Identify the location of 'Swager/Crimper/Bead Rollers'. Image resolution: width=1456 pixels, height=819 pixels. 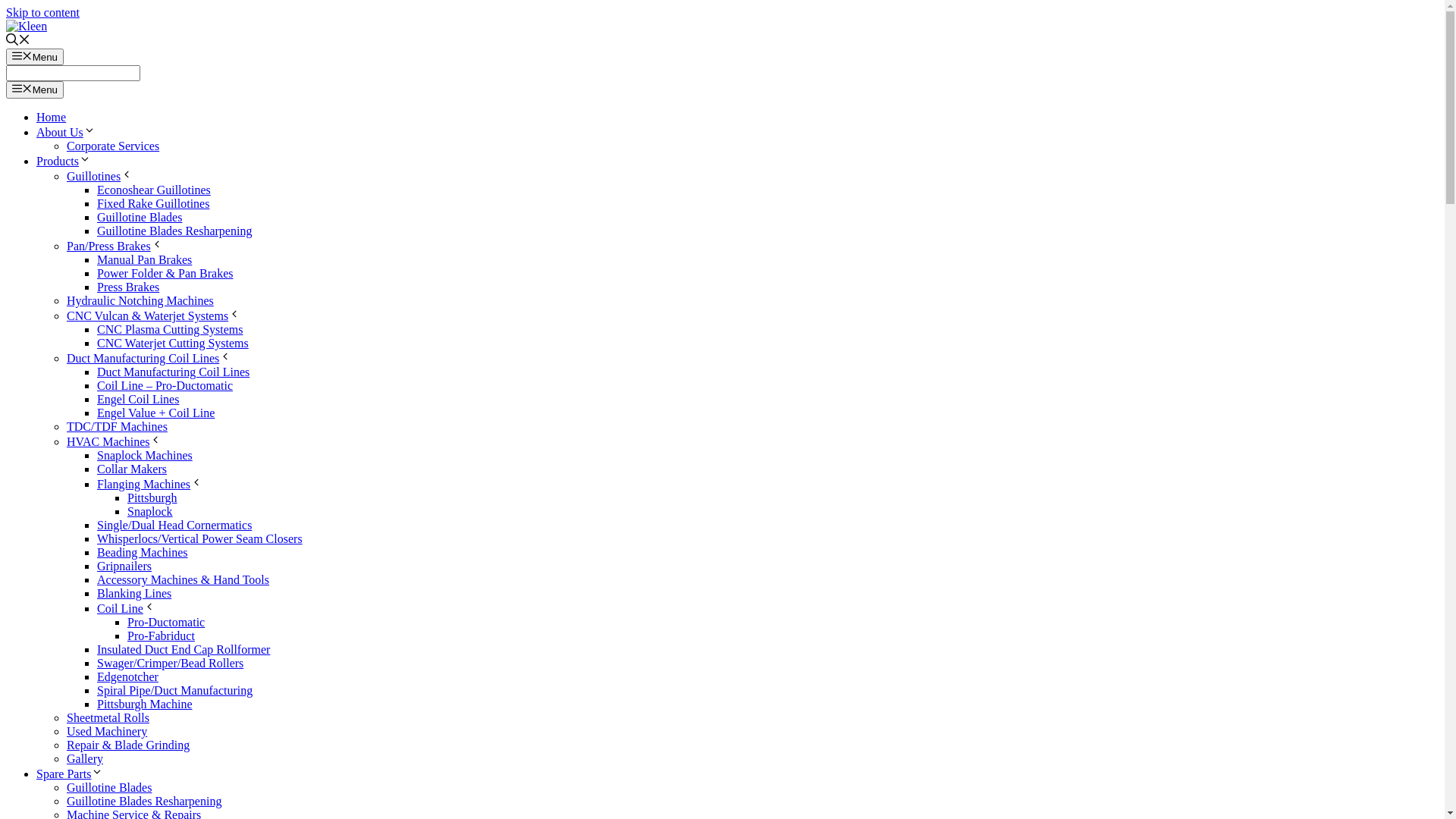
(170, 662).